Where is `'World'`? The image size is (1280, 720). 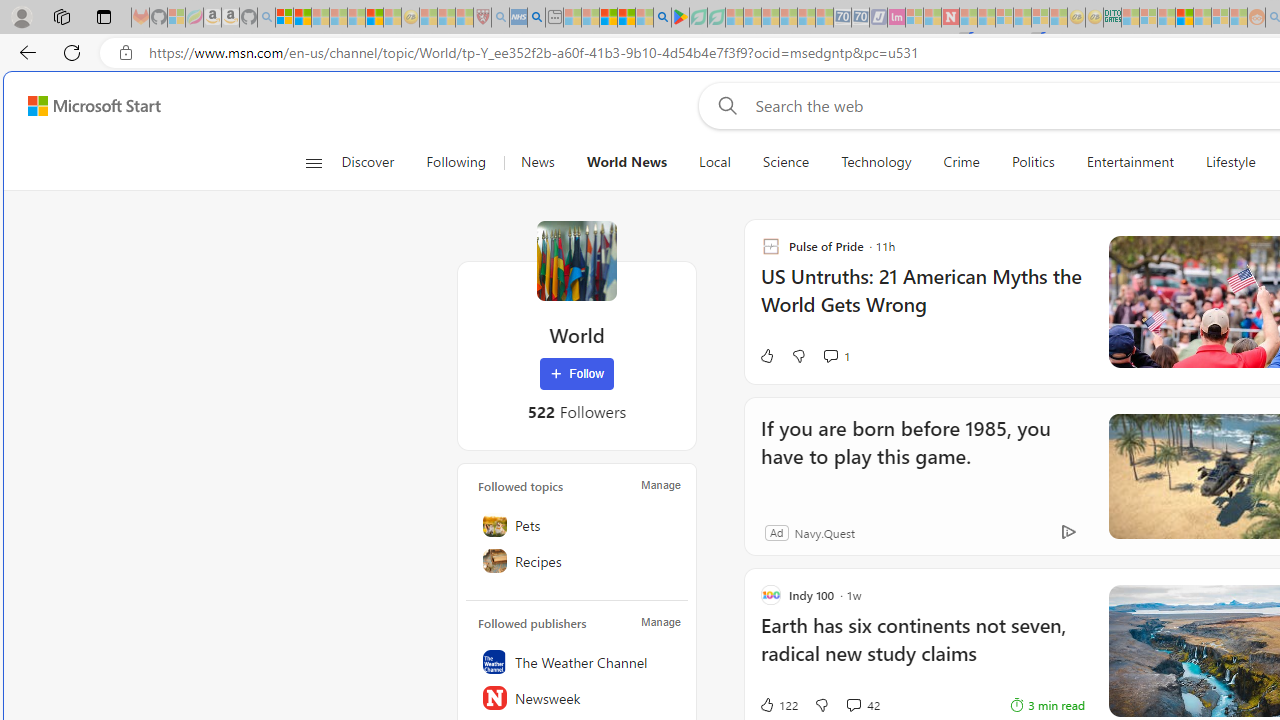
'World' is located at coordinates (576, 260).